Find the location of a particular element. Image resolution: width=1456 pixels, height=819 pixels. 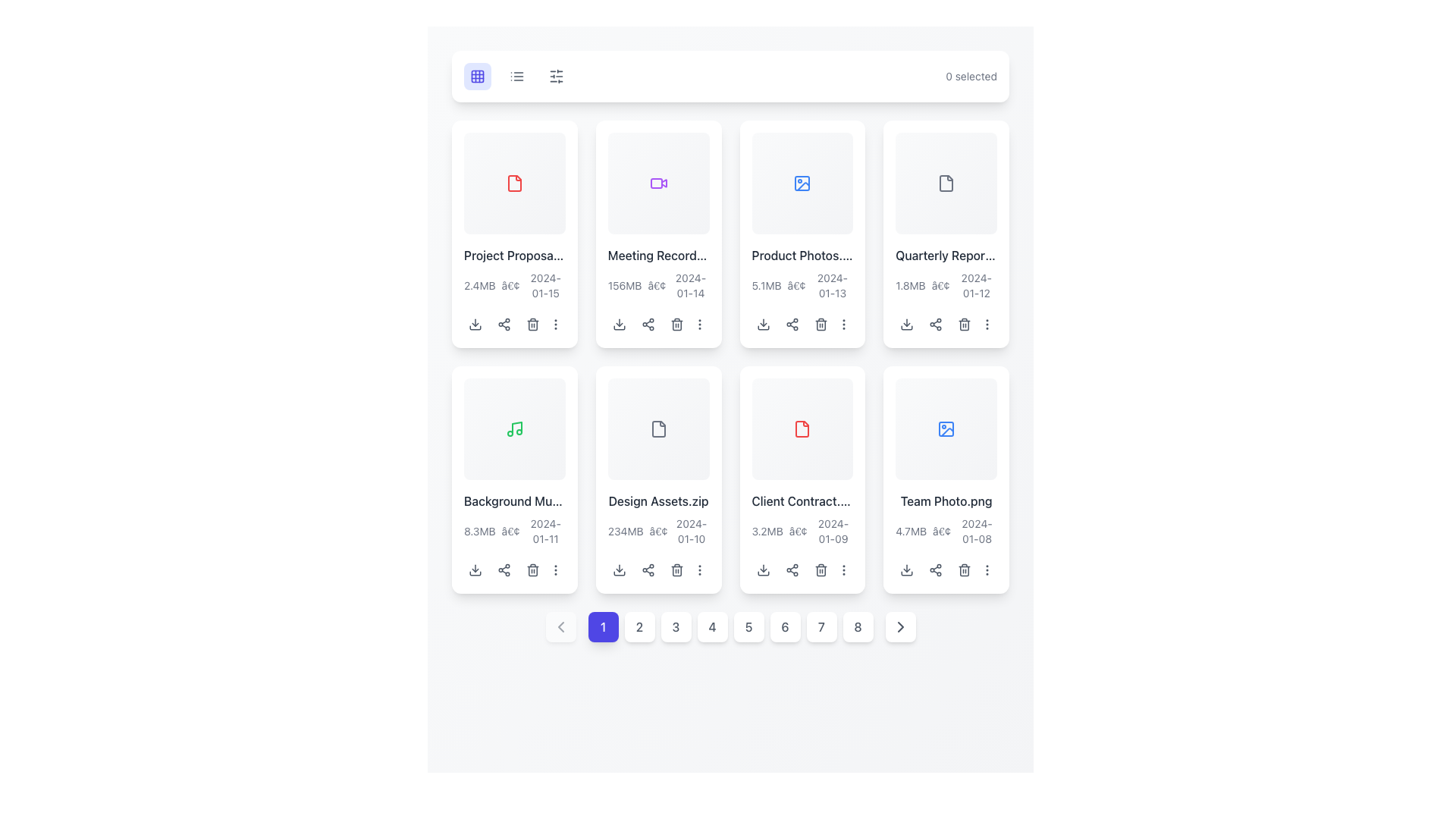

the button with a gray background and a list view icon, located between the grid-view icon button and the sliders icon button in the top-left section of the interface is located at coordinates (516, 76).